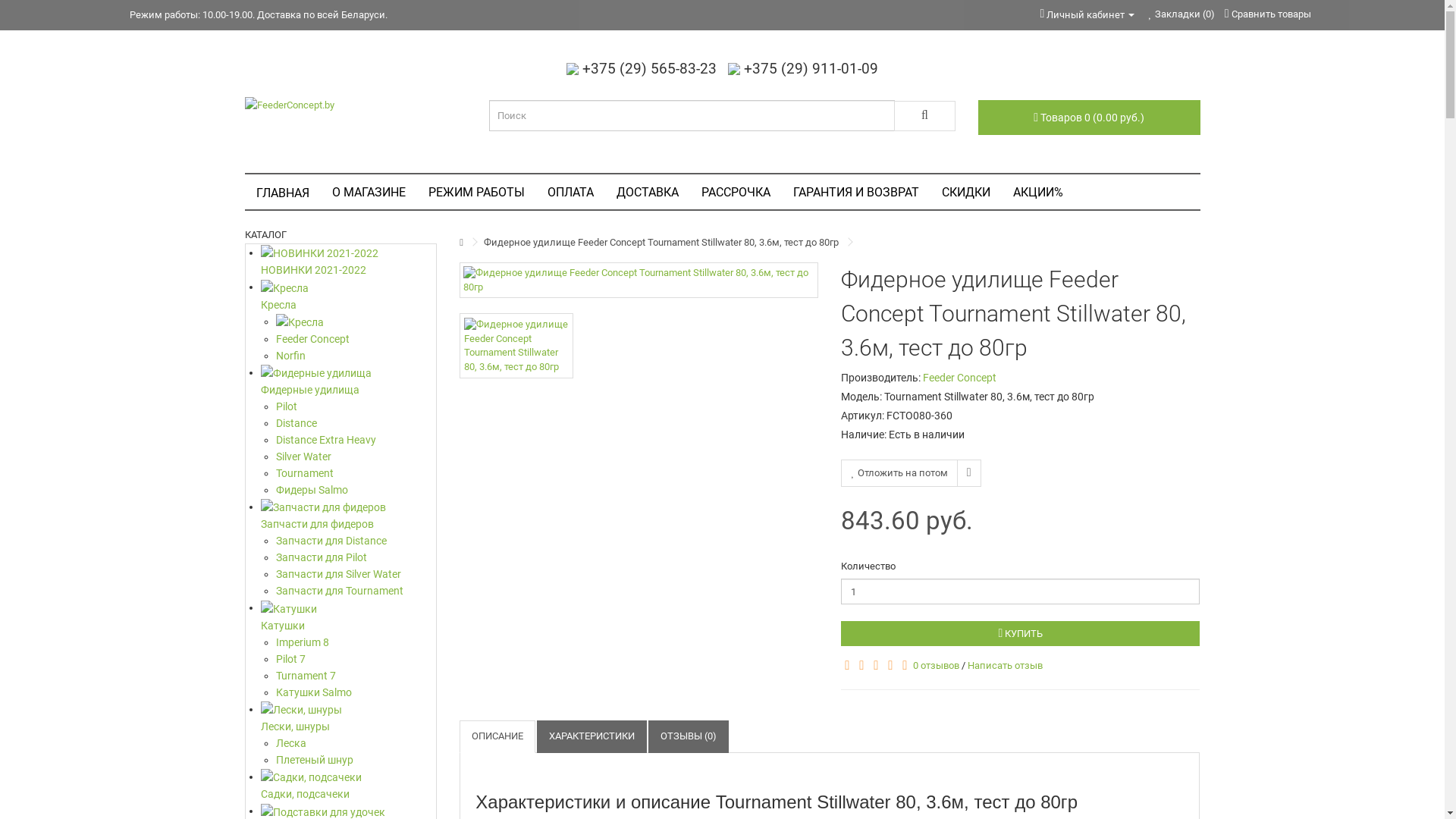 Image resolution: width=1456 pixels, height=819 pixels. I want to click on 'Silver Water', so click(276, 455).